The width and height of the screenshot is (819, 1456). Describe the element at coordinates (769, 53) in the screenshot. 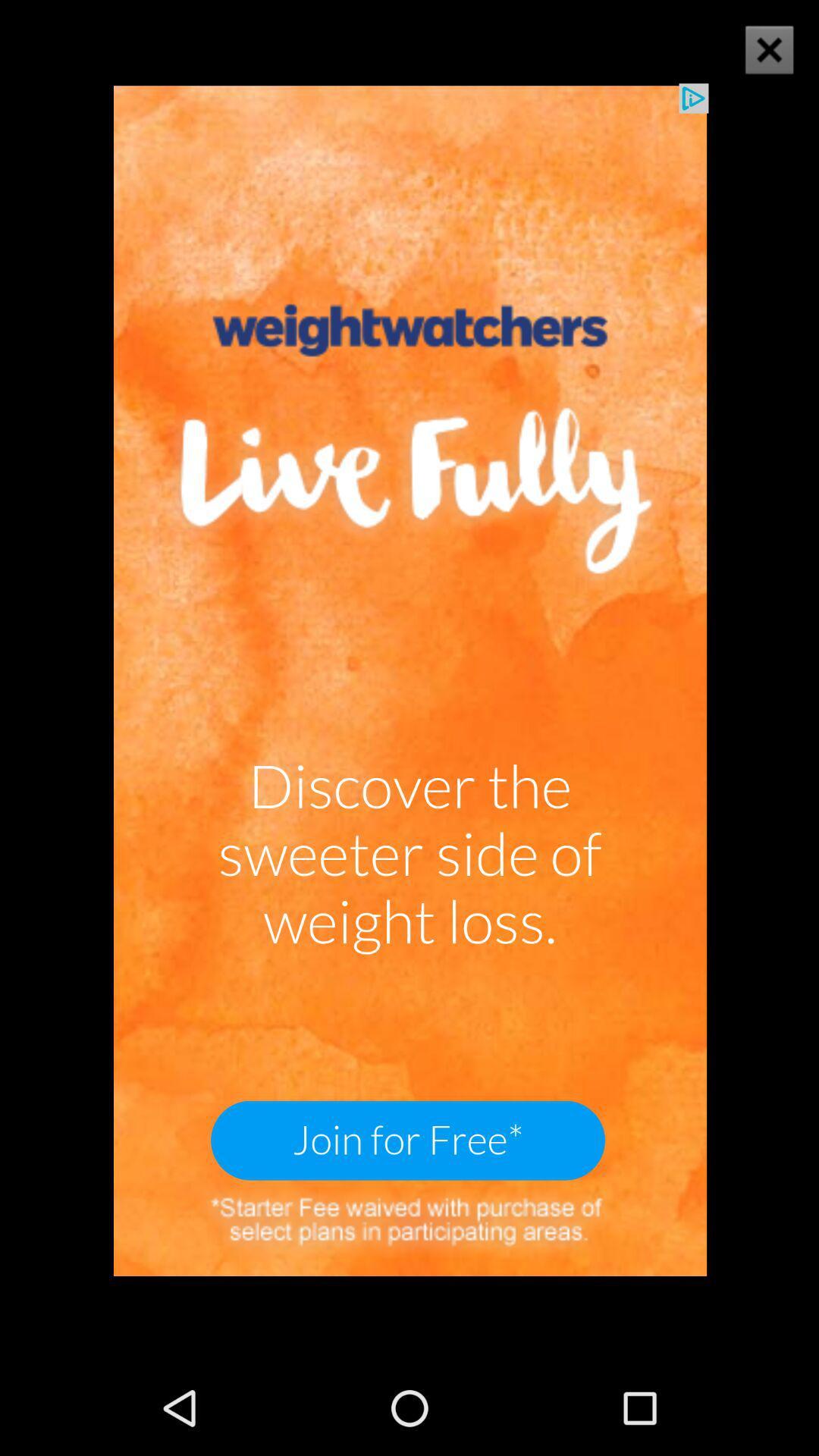

I see `the close icon` at that location.